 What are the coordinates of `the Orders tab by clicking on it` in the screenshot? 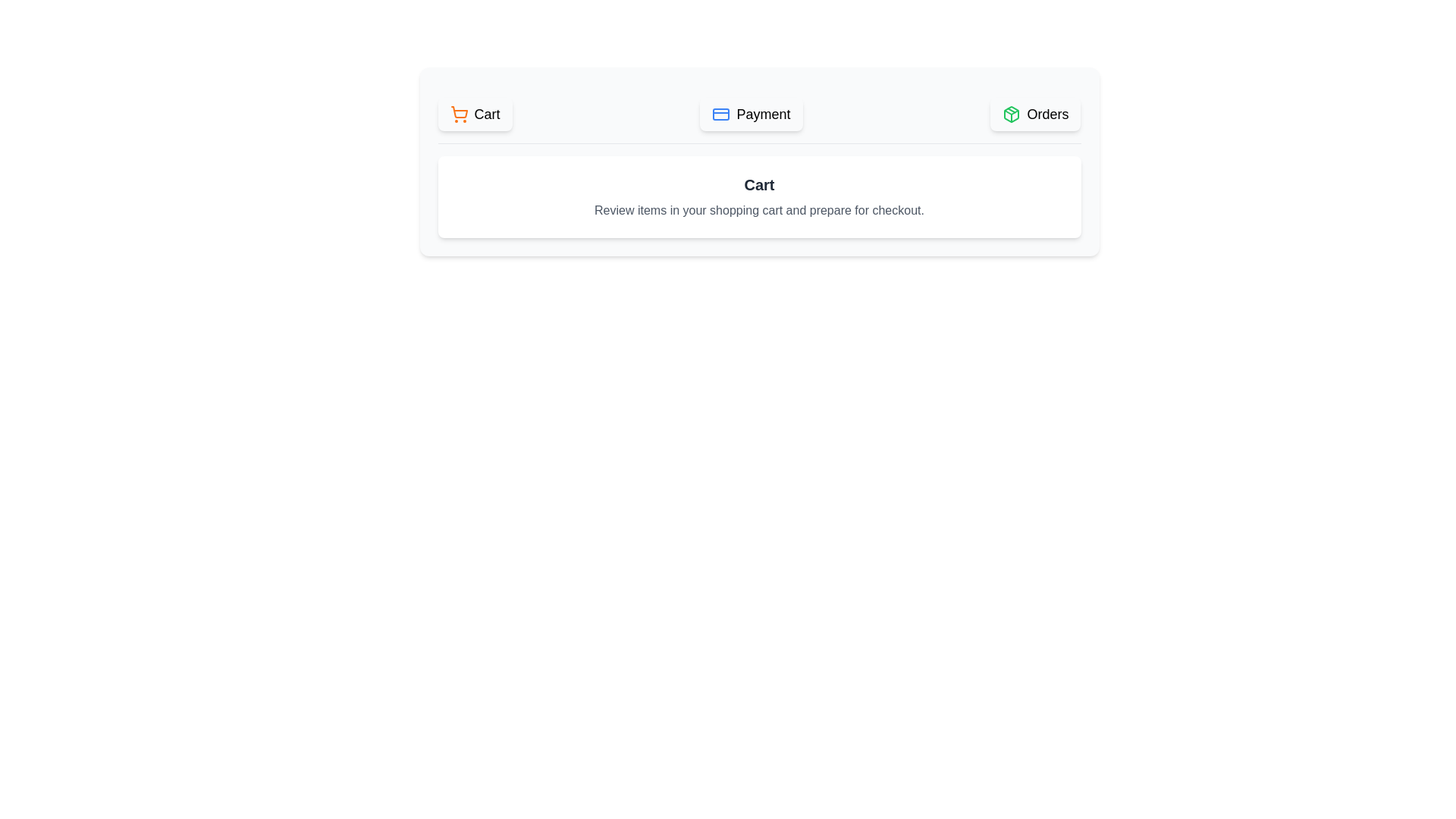 It's located at (1034, 113).